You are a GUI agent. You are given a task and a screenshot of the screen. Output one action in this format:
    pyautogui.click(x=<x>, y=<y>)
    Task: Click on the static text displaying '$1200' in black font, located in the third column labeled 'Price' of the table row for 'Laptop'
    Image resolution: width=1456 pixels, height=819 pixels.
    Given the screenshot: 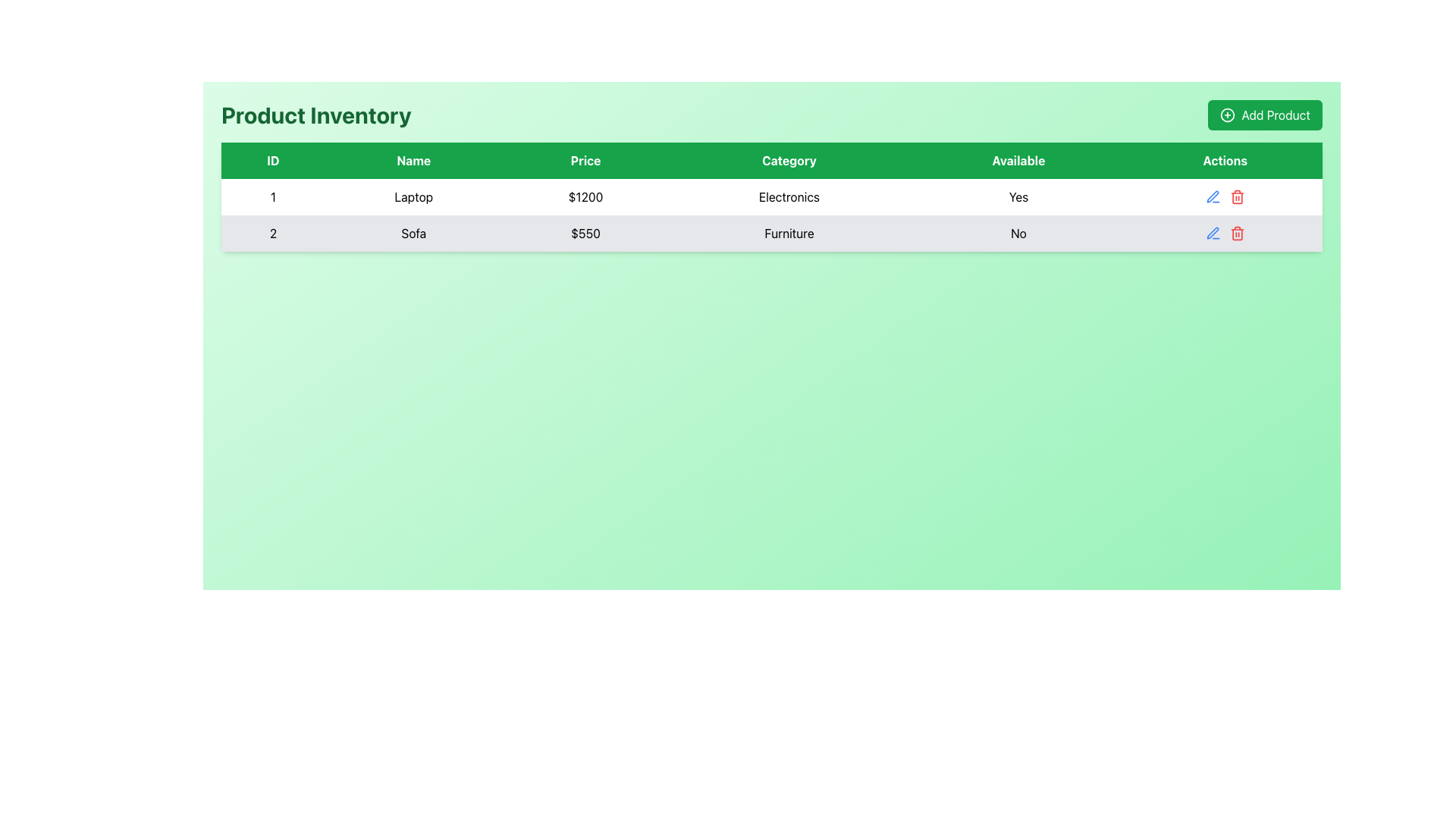 What is the action you would take?
    pyautogui.click(x=585, y=196)
    